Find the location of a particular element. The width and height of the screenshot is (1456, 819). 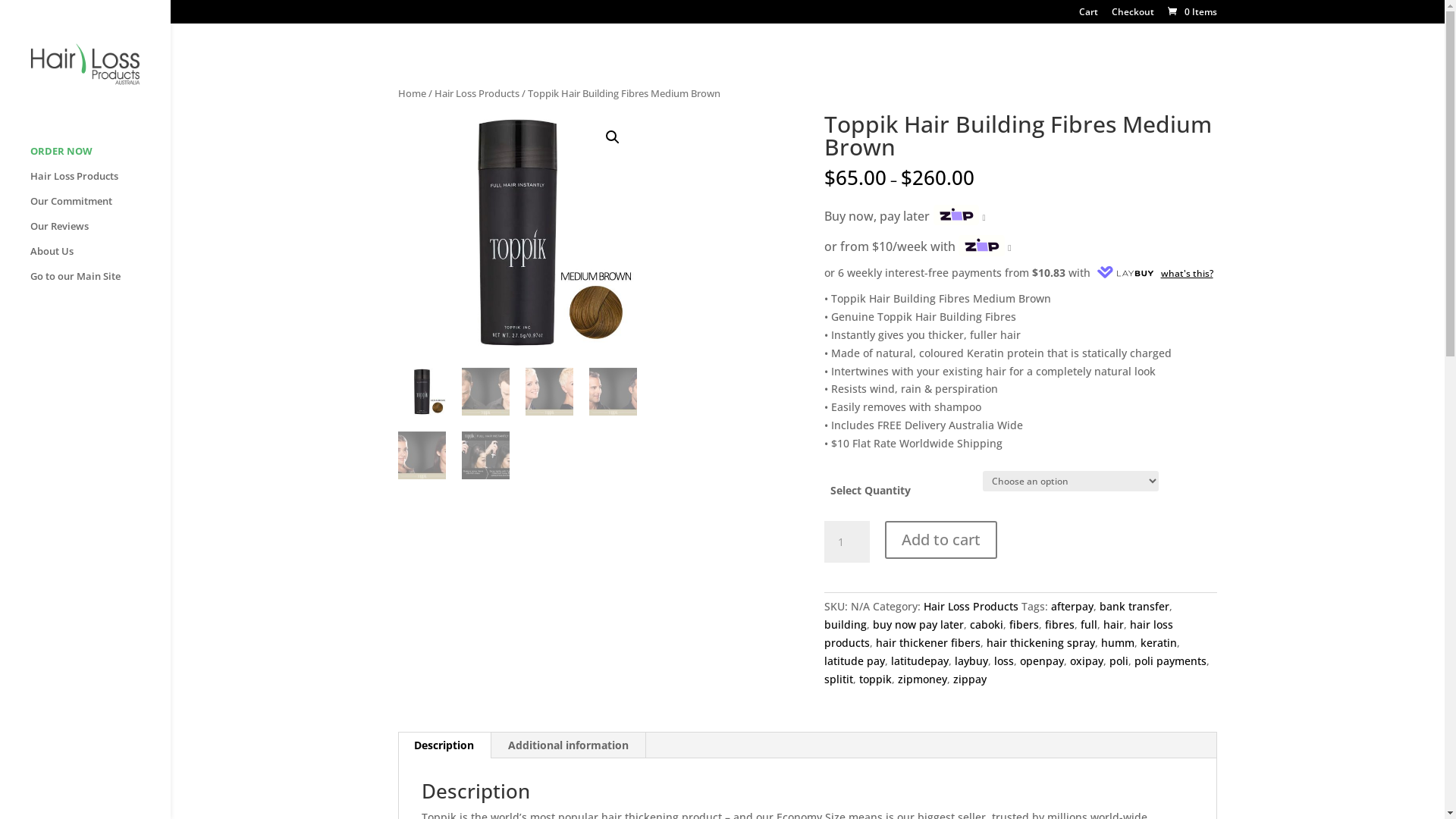

'Additional information' is located at coordinates (567, 745).